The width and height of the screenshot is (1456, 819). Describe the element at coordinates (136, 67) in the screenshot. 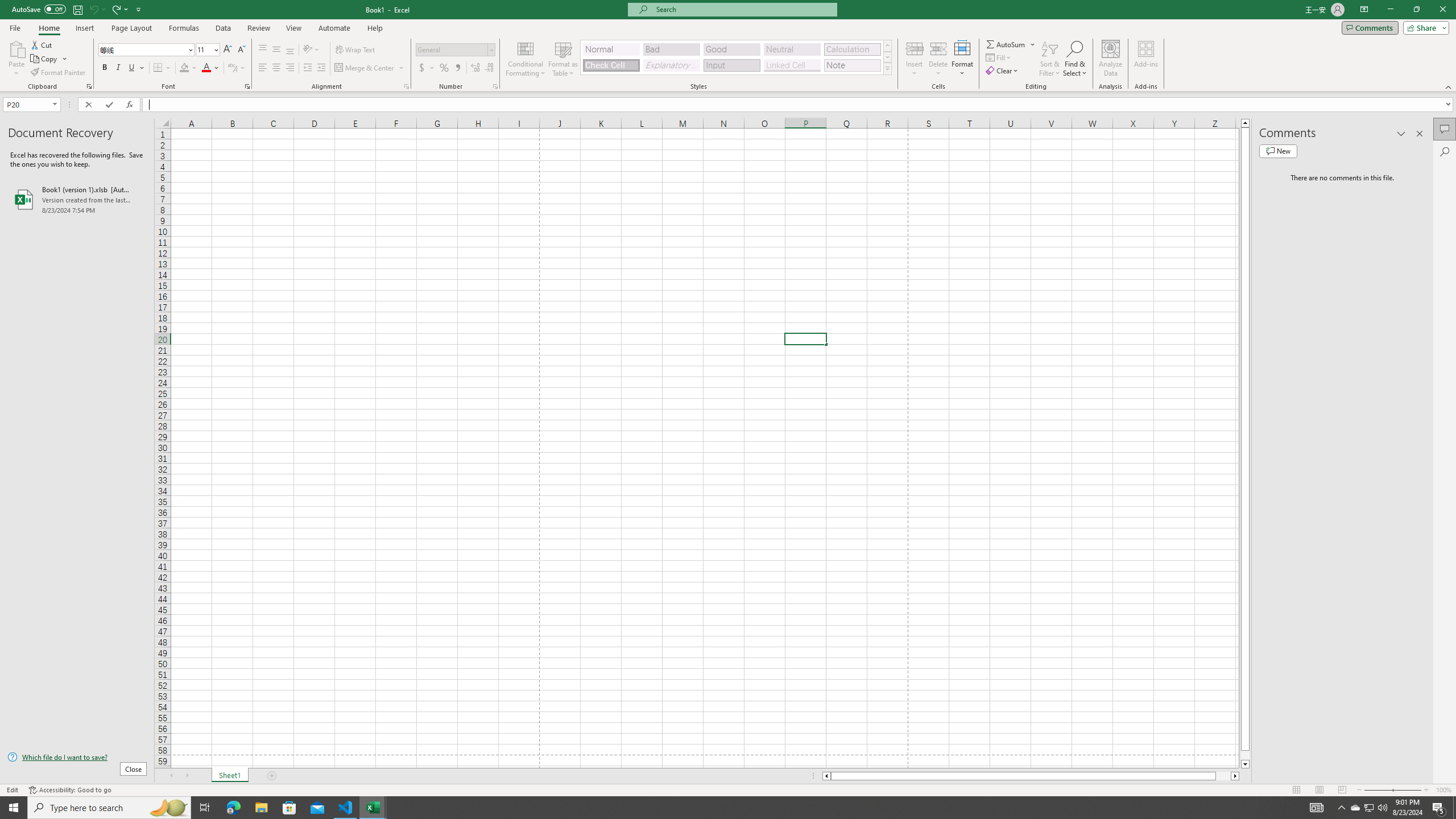

I see `'Underline'` at that location.